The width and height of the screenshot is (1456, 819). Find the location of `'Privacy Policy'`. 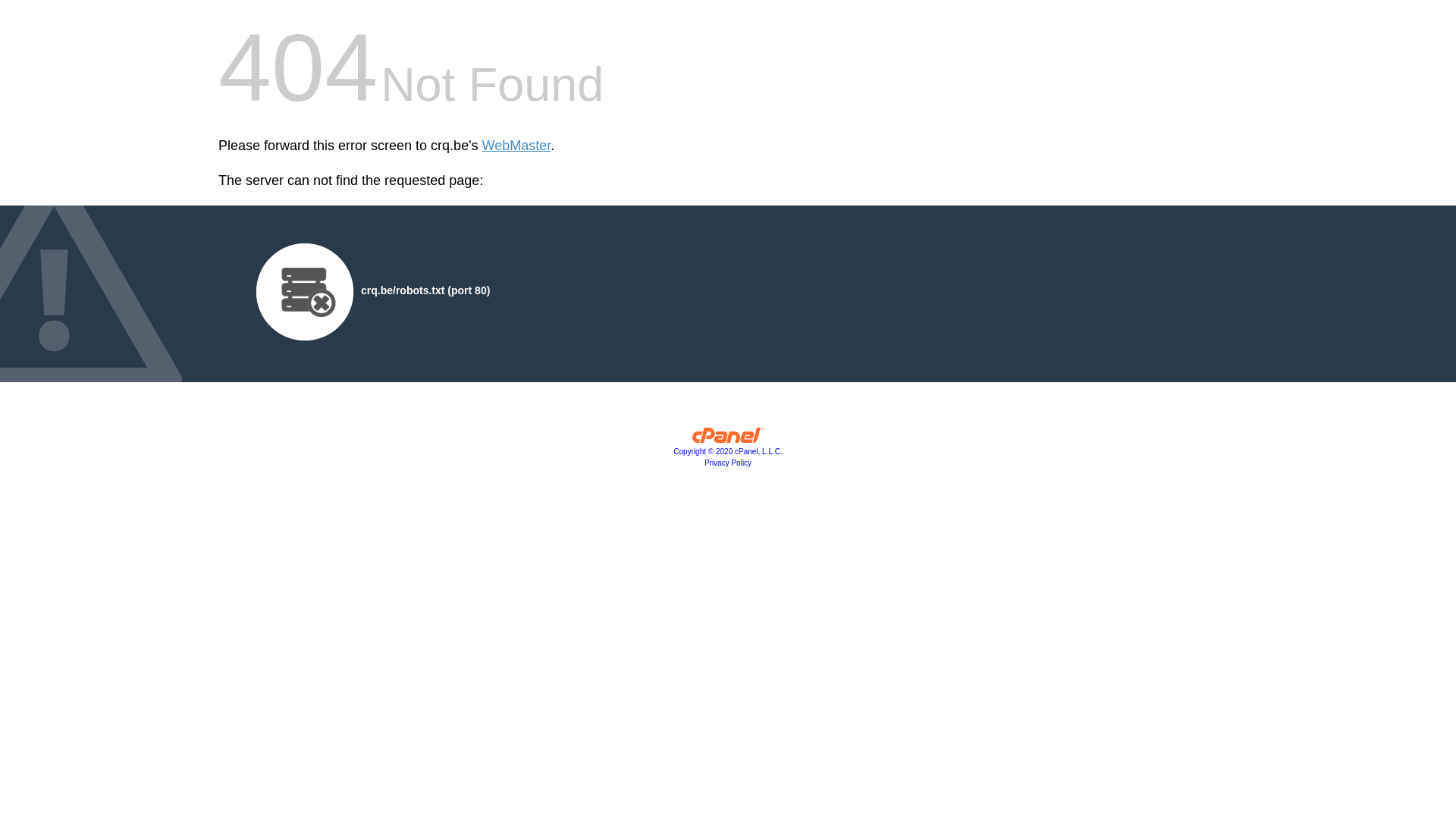

'Privacy Policy' is located at coordinates (728, 462).